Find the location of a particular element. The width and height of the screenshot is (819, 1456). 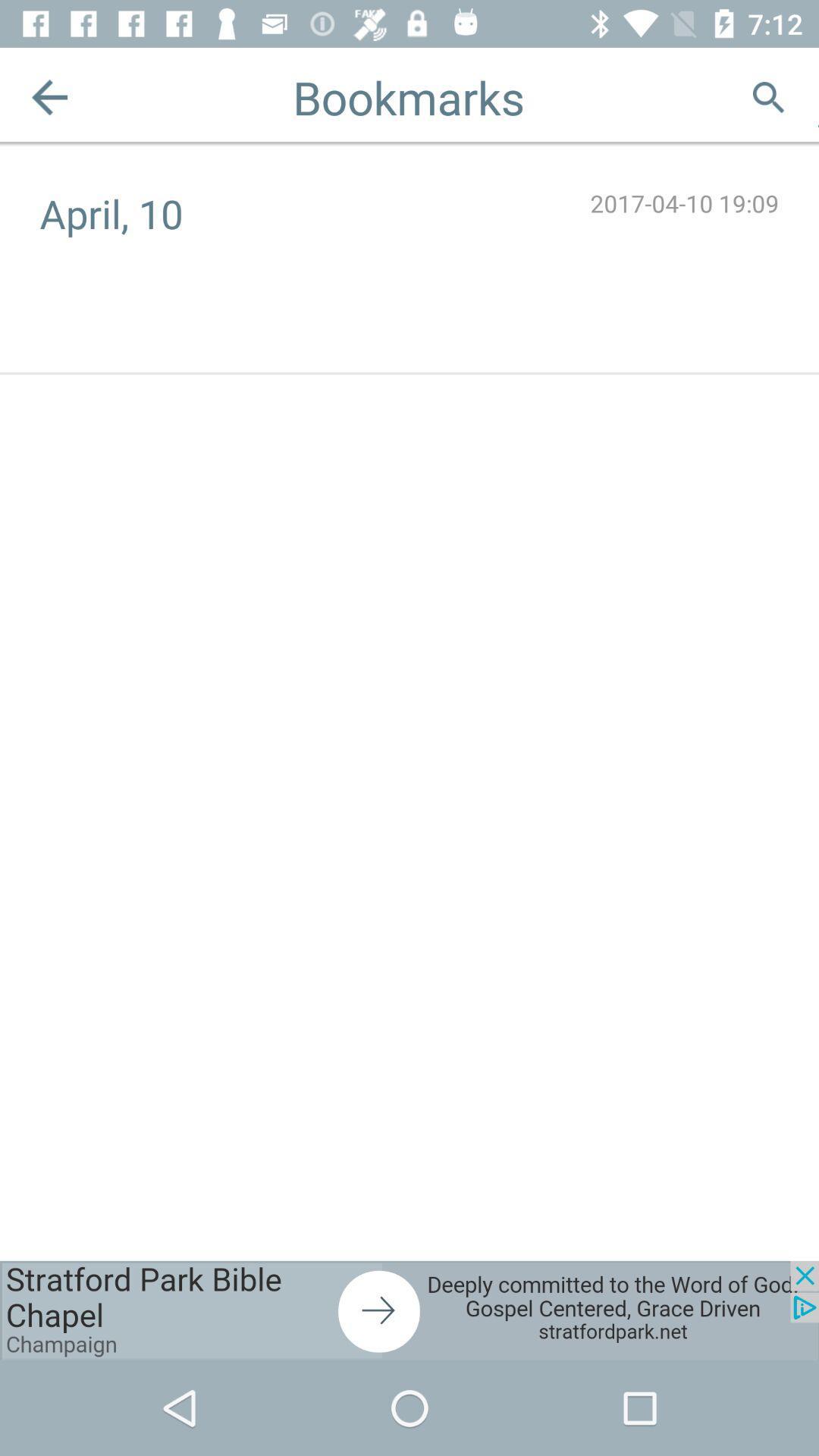

search is located at coordinates (768, 96).